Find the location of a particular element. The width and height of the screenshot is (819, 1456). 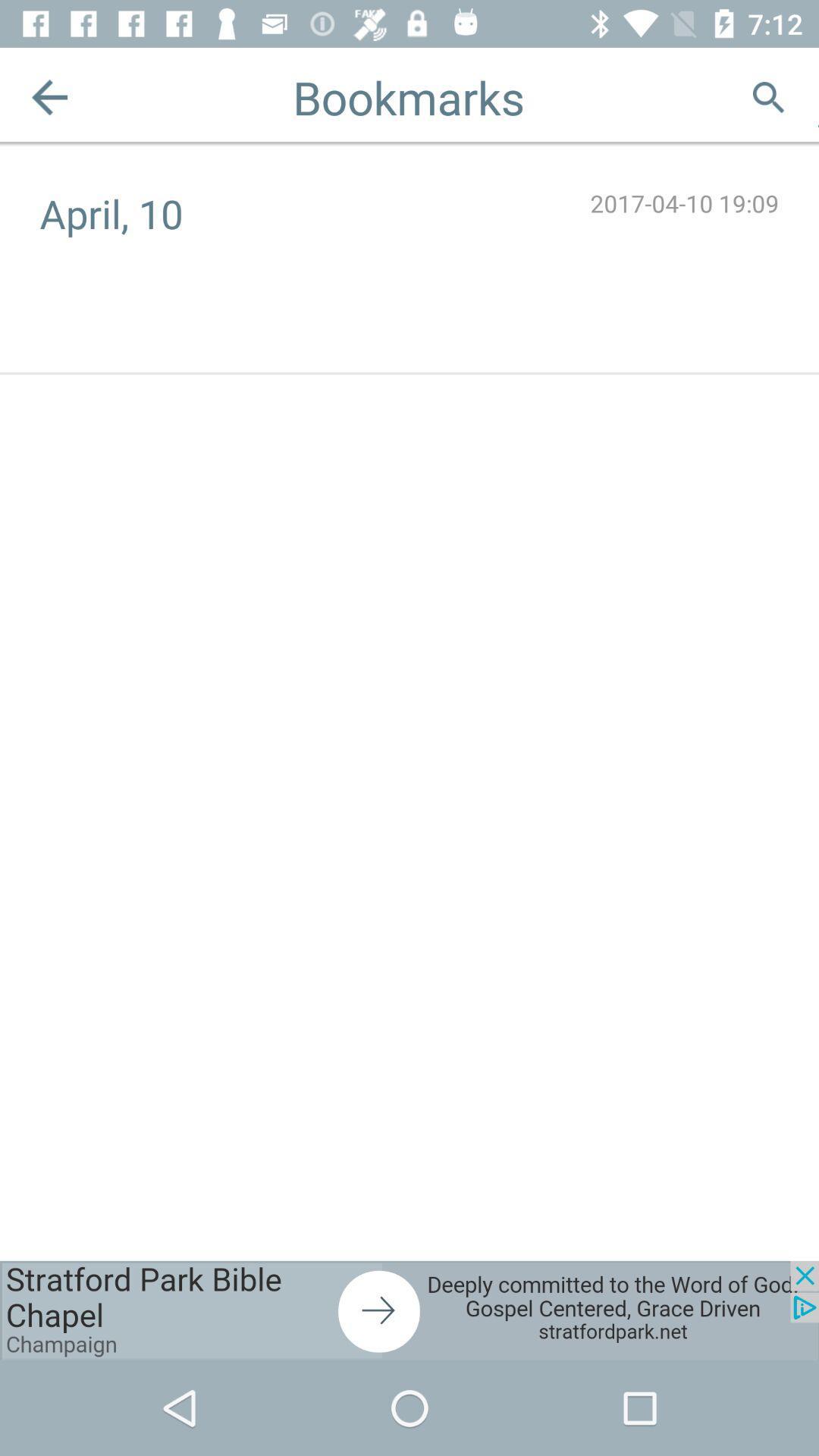

search is located at coordinates (768, 96).